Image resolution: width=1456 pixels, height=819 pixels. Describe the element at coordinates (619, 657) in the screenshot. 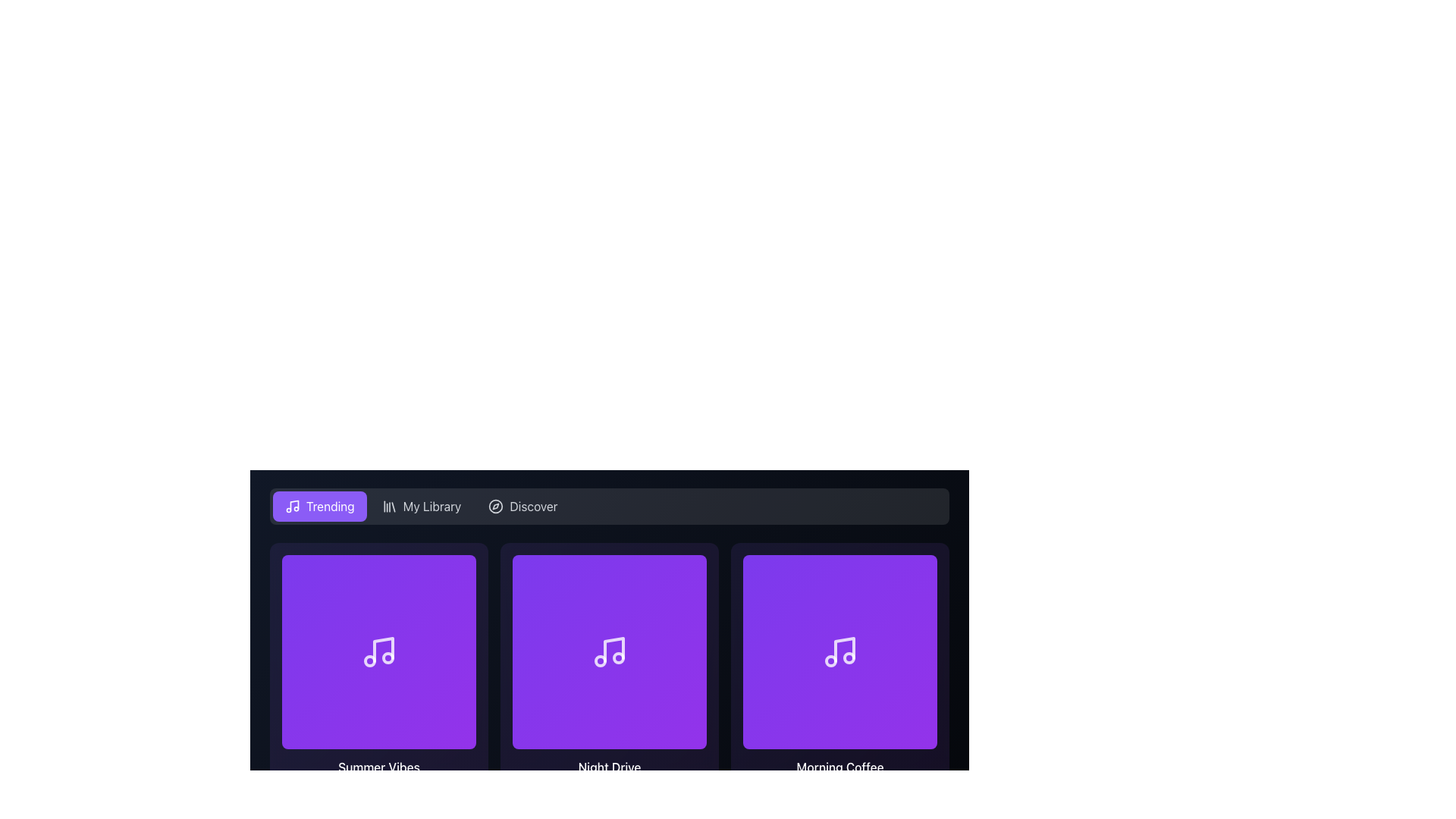

I see `the rightmost circle of the music note icon, which is part of the decorative design on the purple tile labeled 'Night Drive'` at that location.